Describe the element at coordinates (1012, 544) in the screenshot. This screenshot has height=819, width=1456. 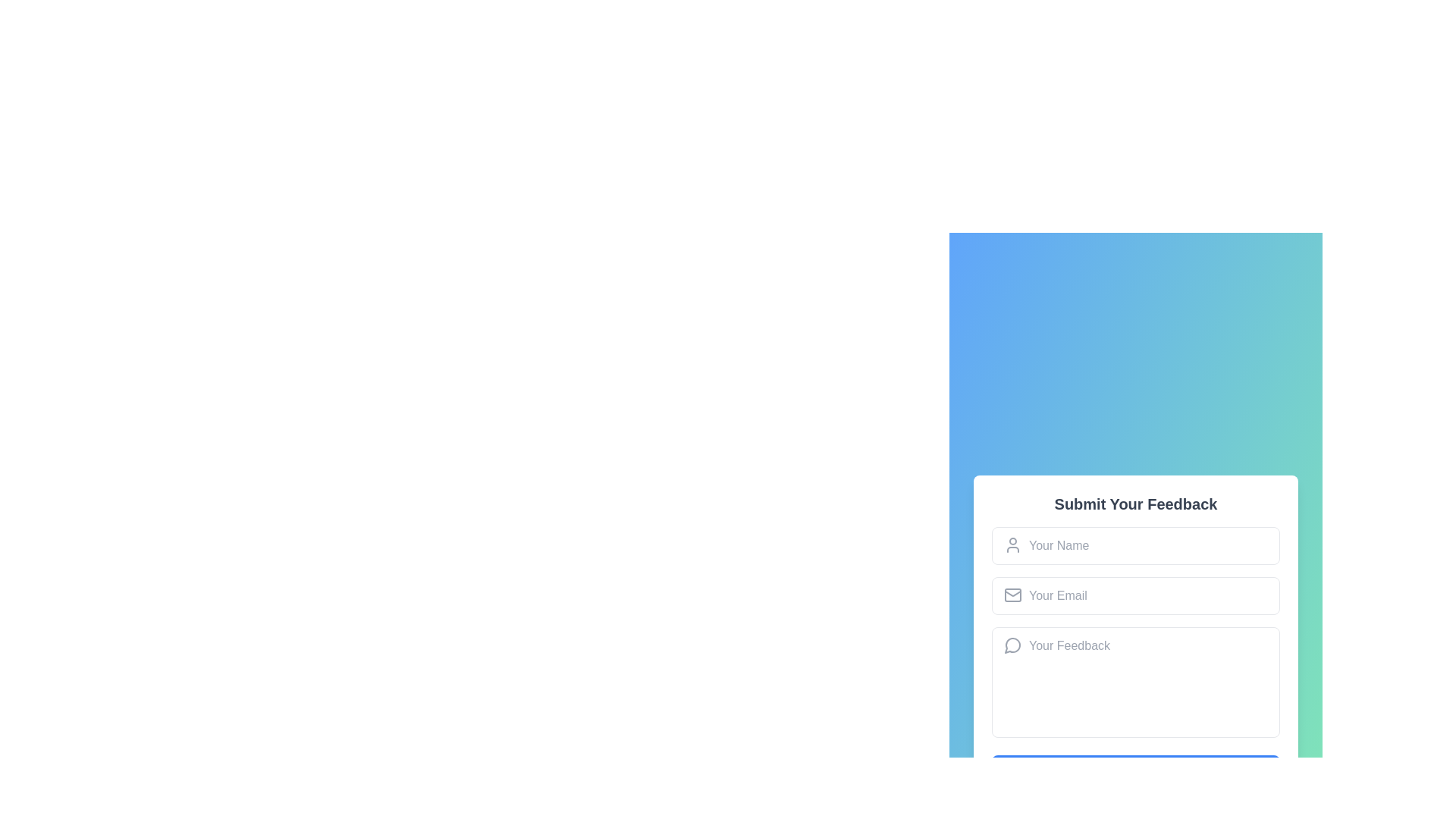
I see `the user silhouette icon, which is light gray and located to the left of the 'Your Name' text input field` at that location.